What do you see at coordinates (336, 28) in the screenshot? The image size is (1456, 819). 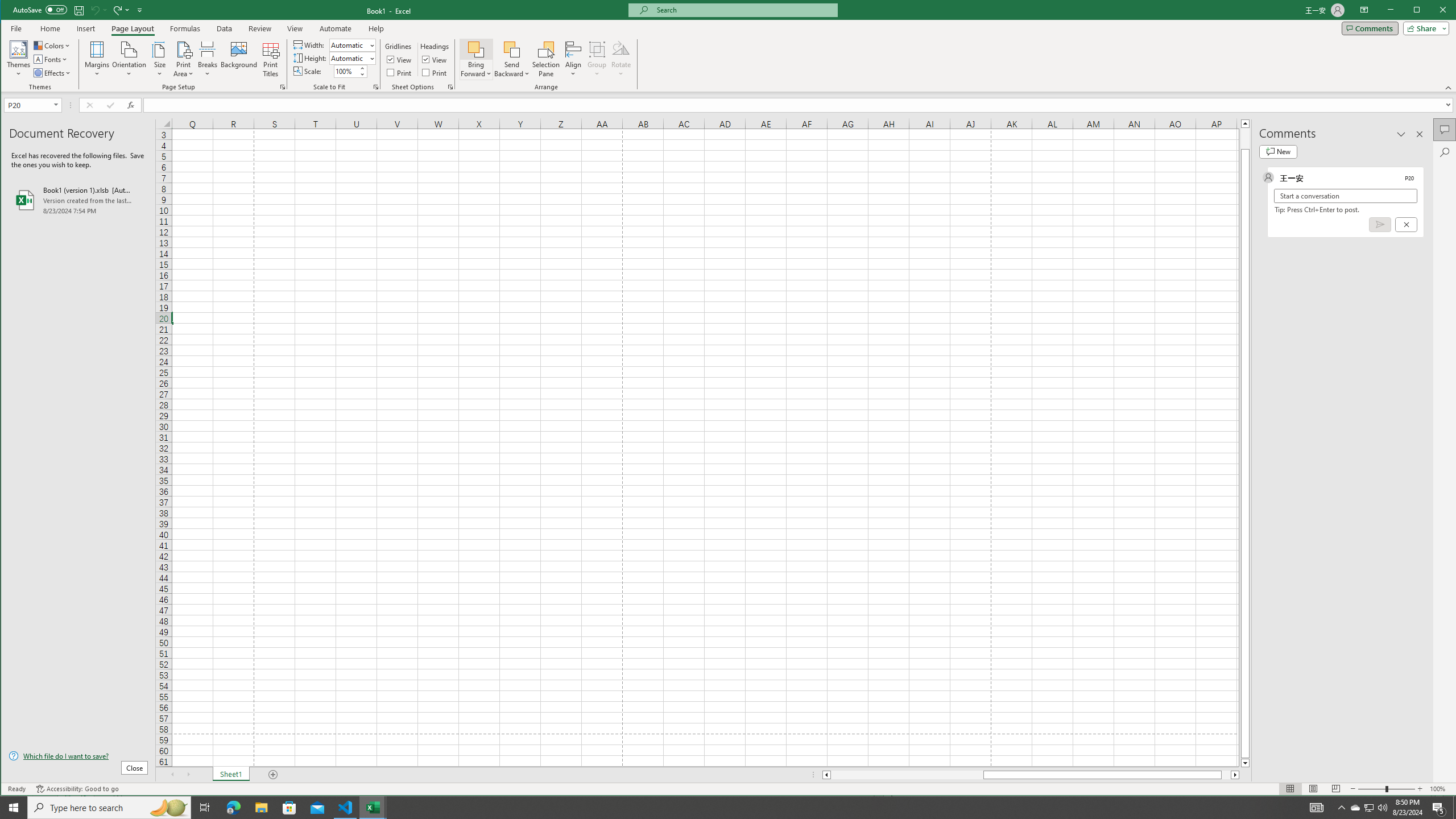 I see `'Automate'` at bounding box center [336, 28].